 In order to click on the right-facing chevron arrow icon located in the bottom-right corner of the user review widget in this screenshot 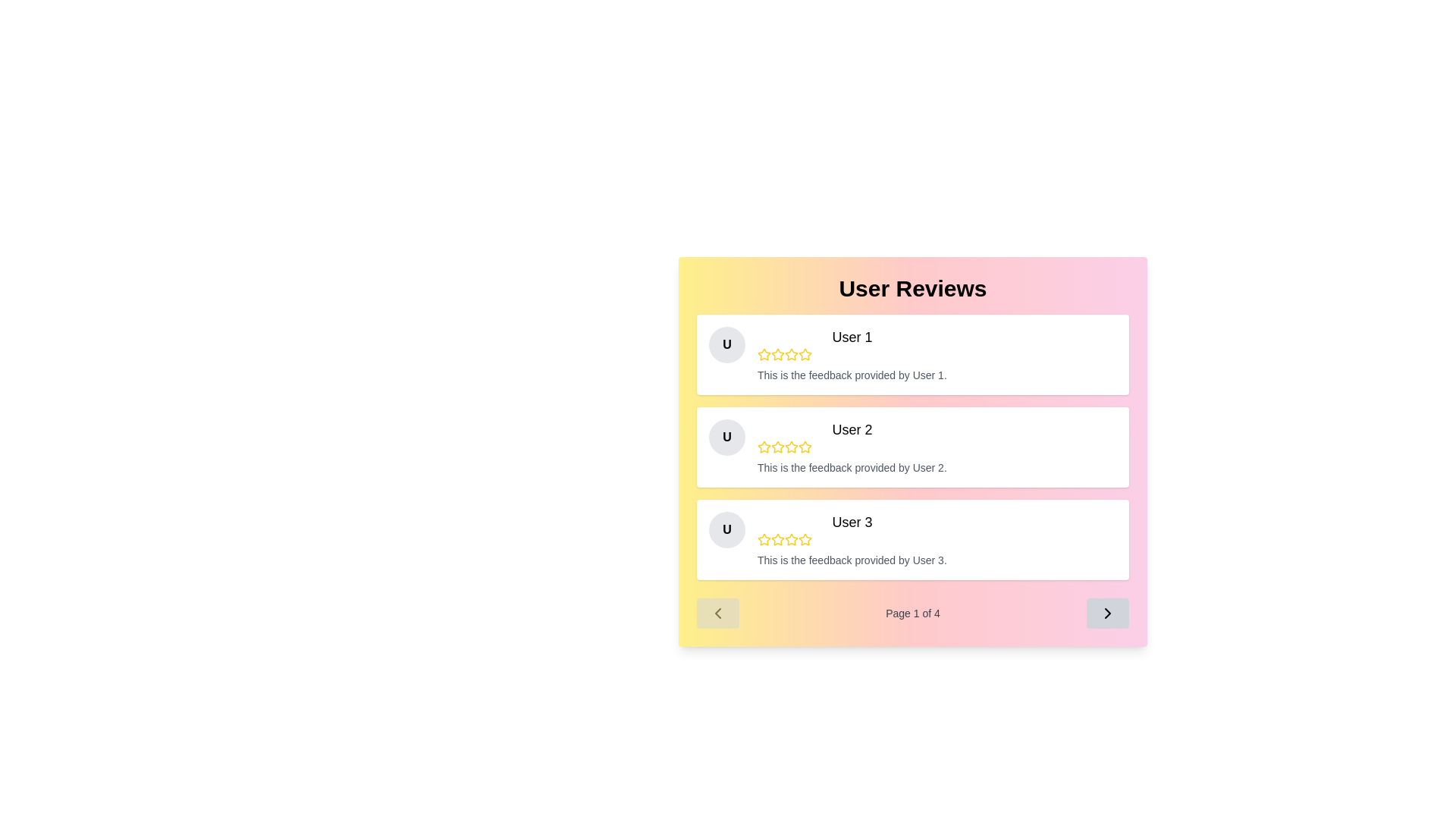, I will do `click(1107, 613)`.